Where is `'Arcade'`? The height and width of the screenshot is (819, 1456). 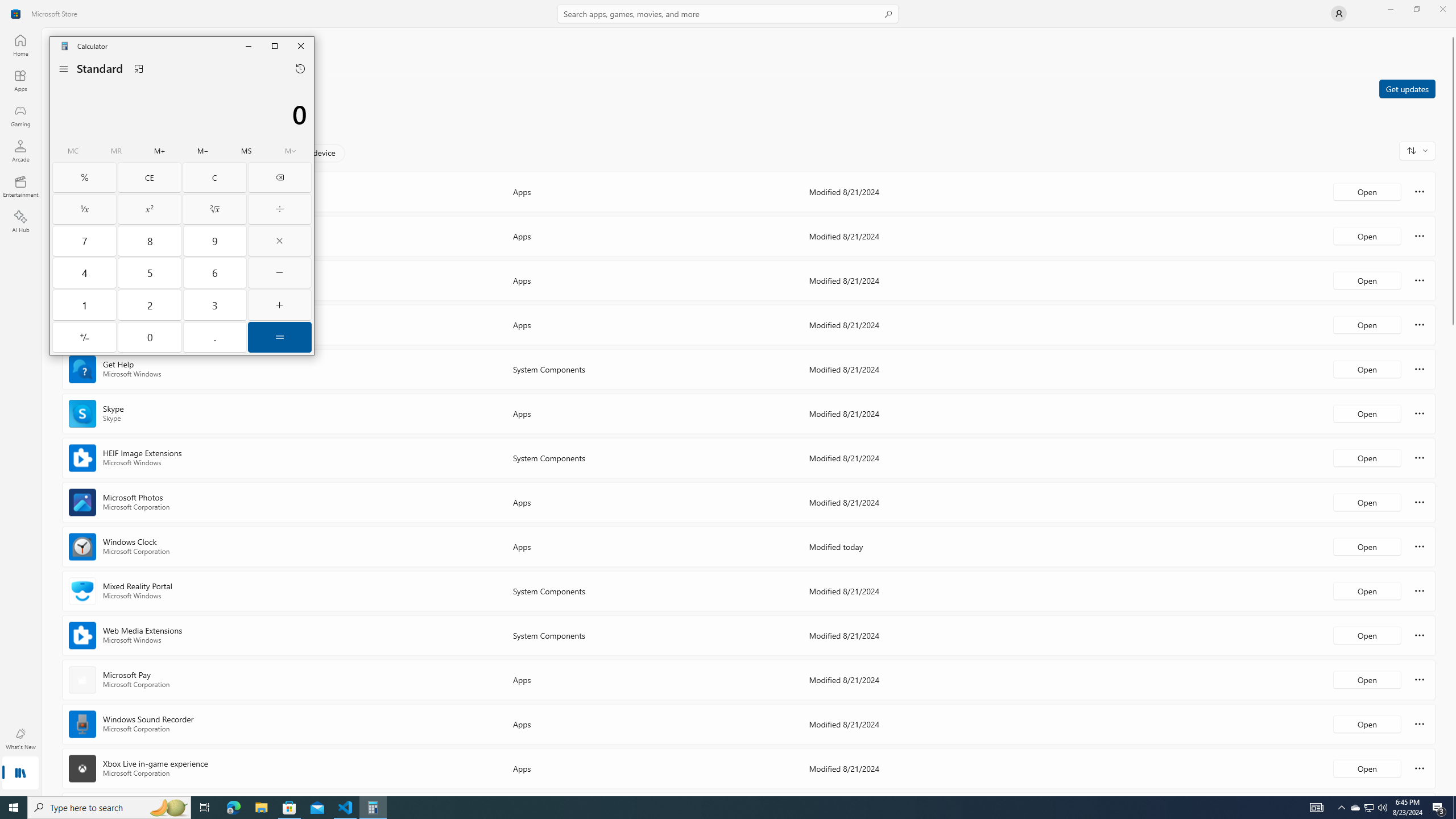
'Arcade' is located at coordinates (19, 150).